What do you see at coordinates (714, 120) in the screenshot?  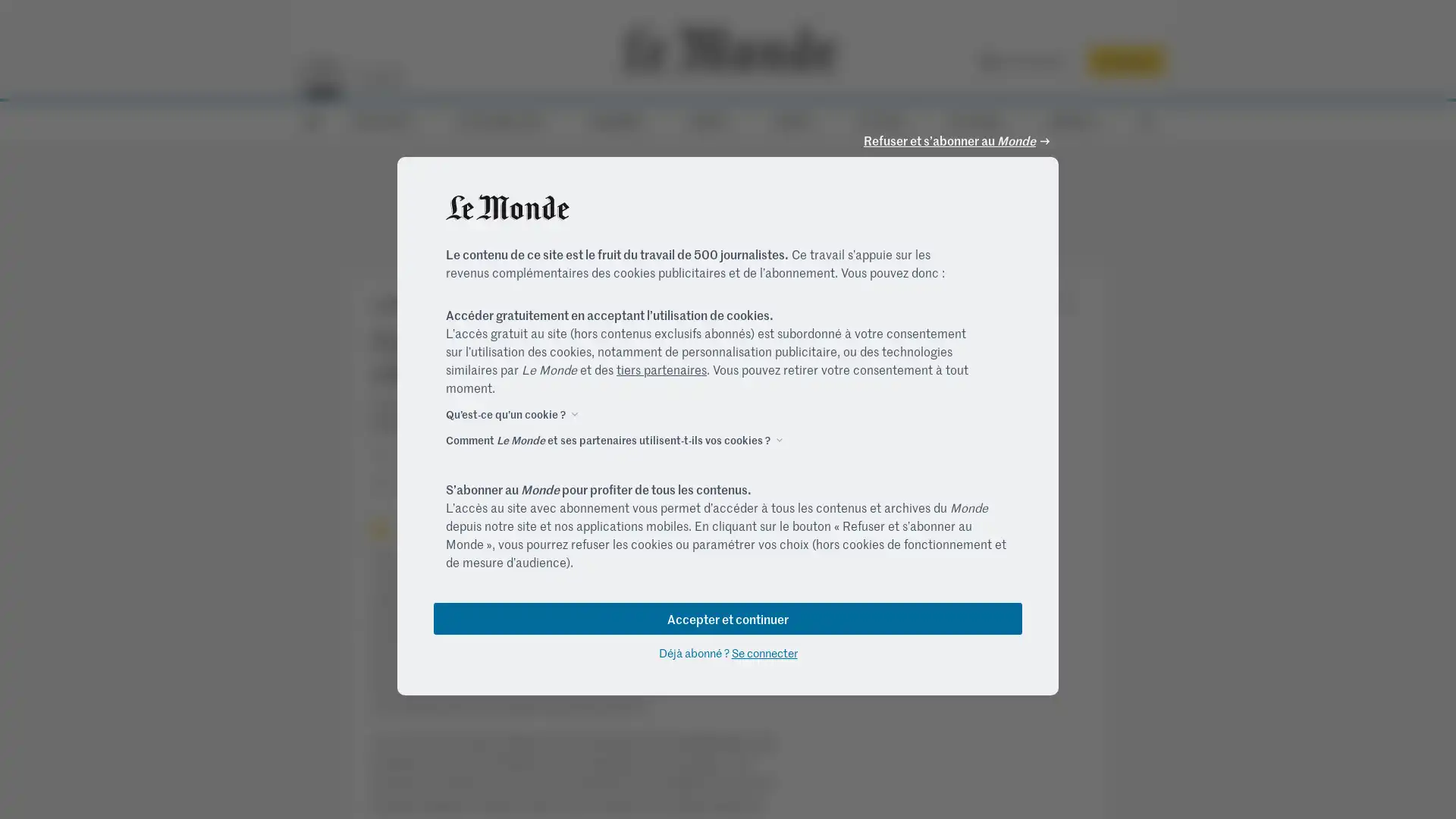 I see `VIDEOS` at bounding box center [714, 120].